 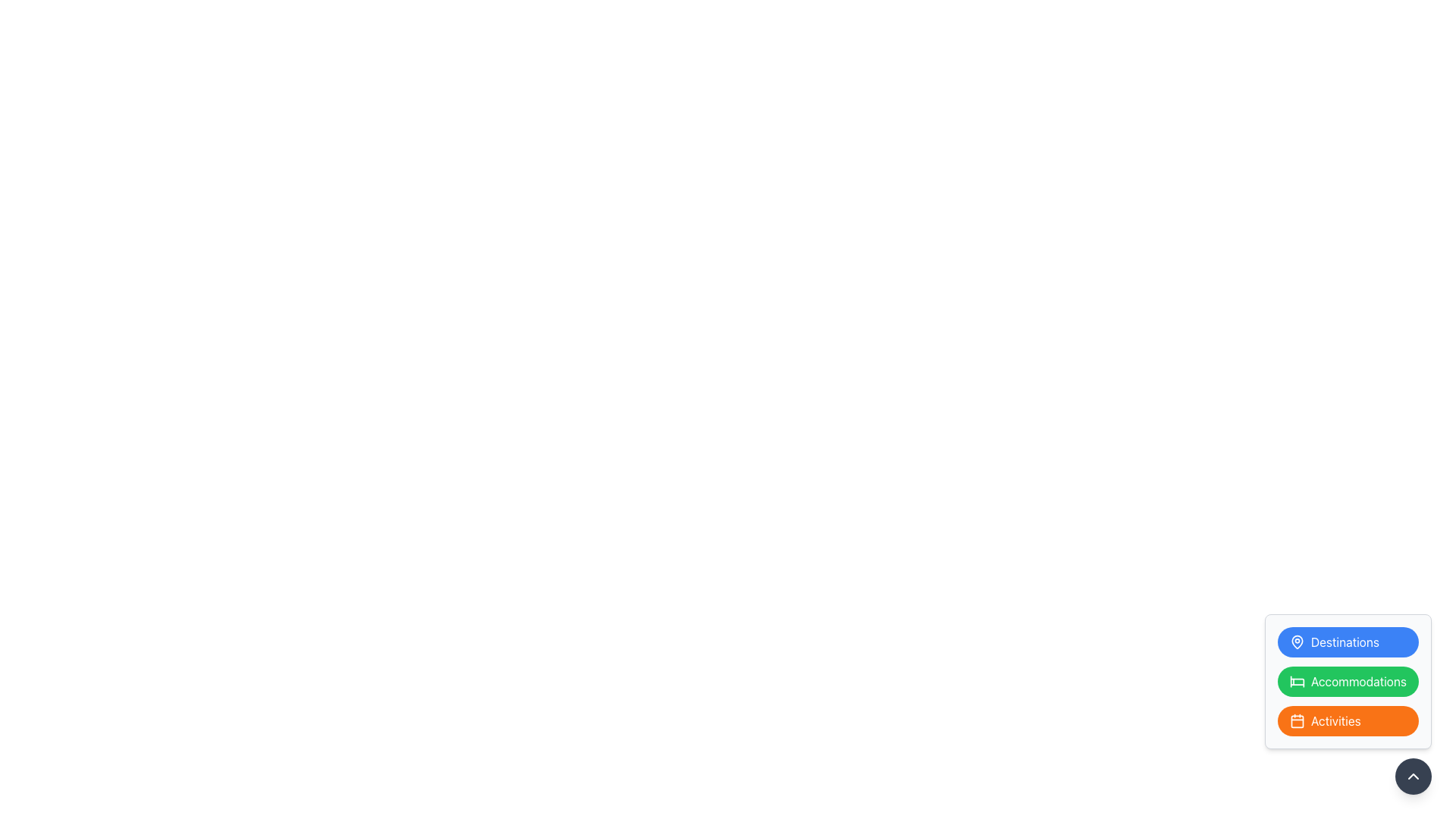 I want to click on the circular button with a dark gray background and white chevron-up icon, so click(x=1412, y=776).